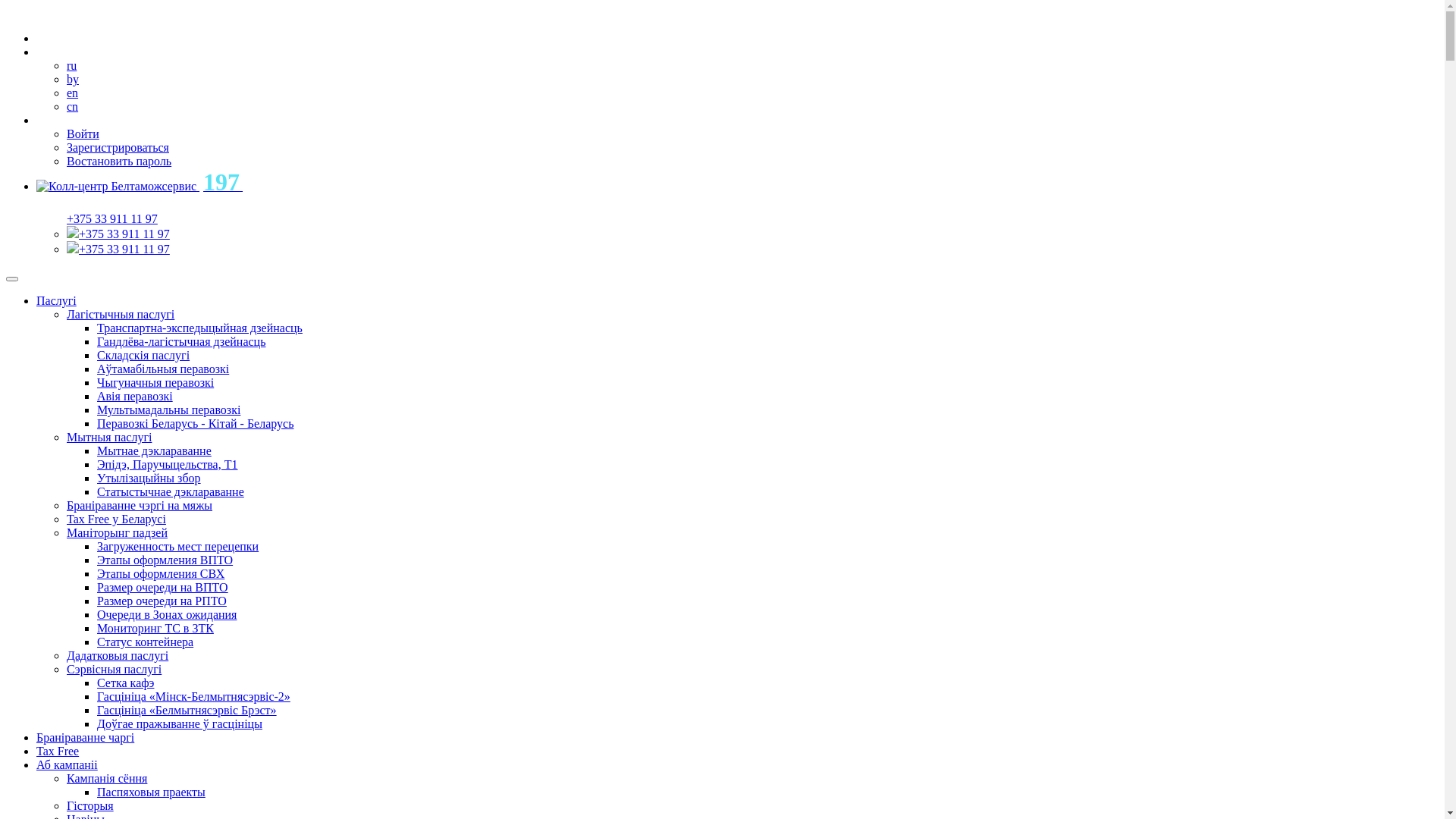  Describe the element at coordinates (65, 79) in the screenshot. I see `'by'` at that location.